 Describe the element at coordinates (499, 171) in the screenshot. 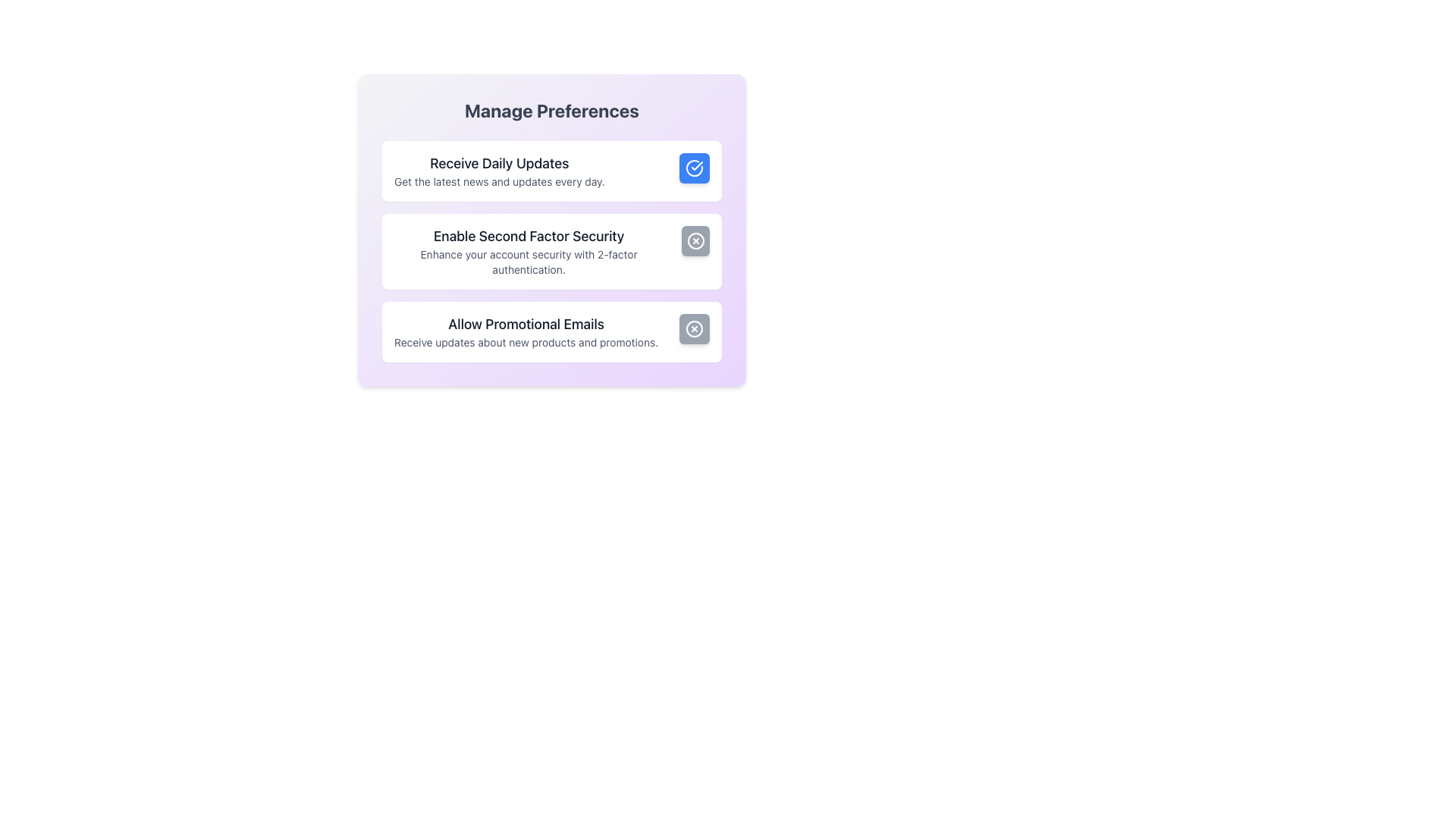

I see `the Informational Content Block that describes the preference option for receiving daily updates, positioned above the 'Enable Second Factor Security' item in the 'Manage Preferences' section` at that location.